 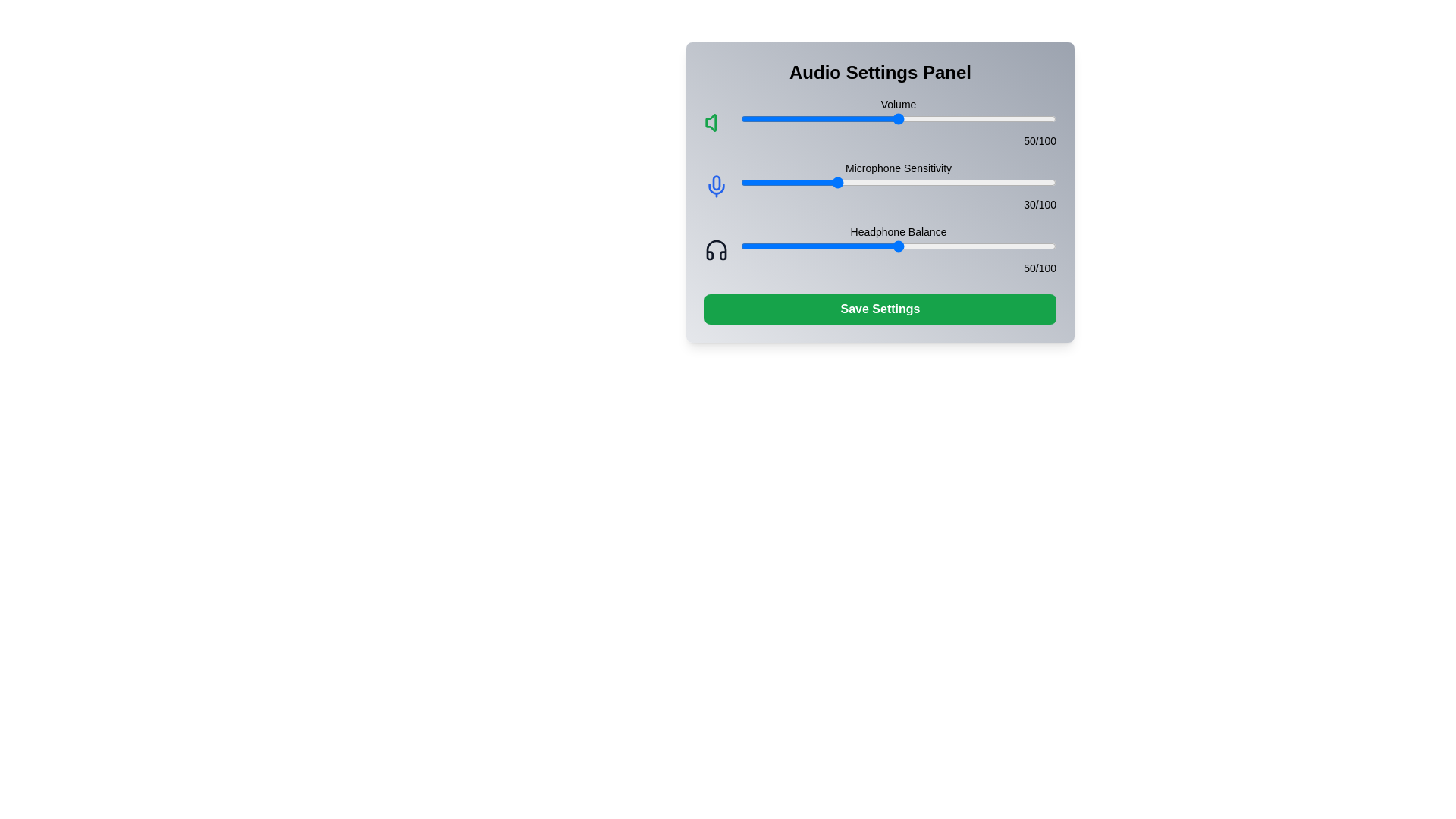 What do you see at coordinates (851, 245) in the screenshot?
I see `the headphone balance` at bounding box center [851, 245].